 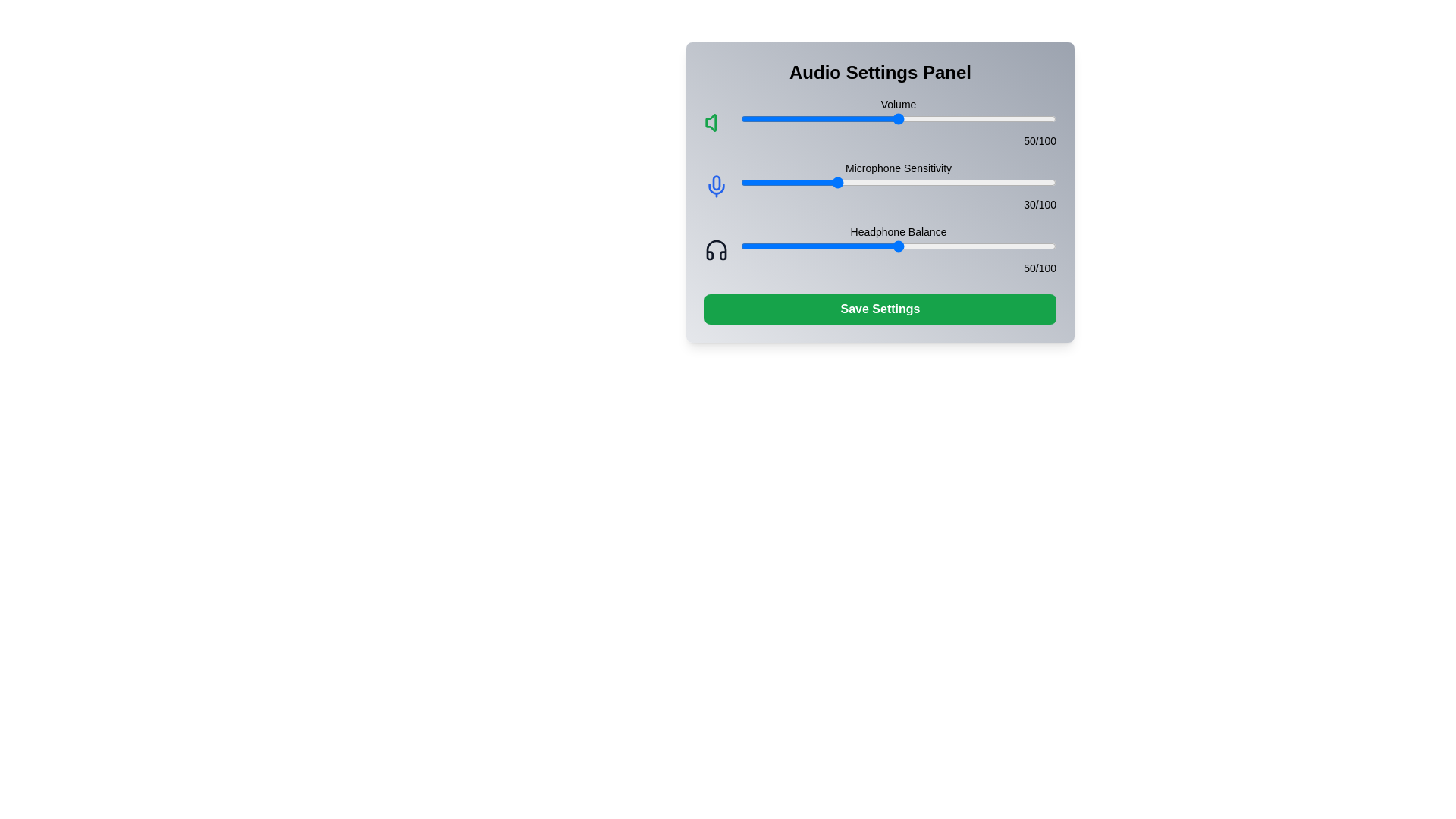 What do you see at coordinates (851, 245) in the screenshot?
I see `the headphone balance` at bounding box center [851, 245].